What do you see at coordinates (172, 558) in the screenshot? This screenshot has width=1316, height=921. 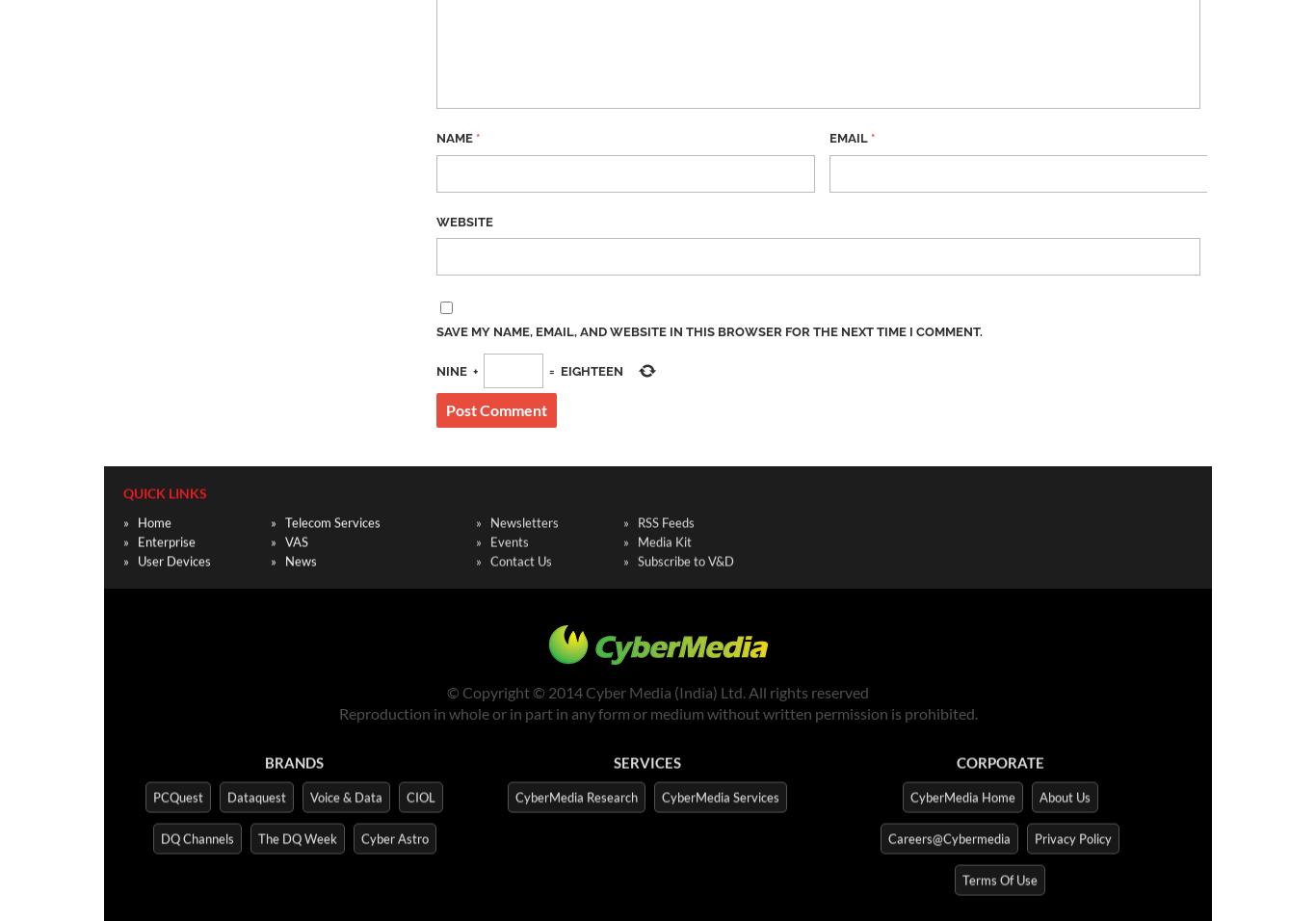 I see `'User Devices'` at bounding box center [172, 558].